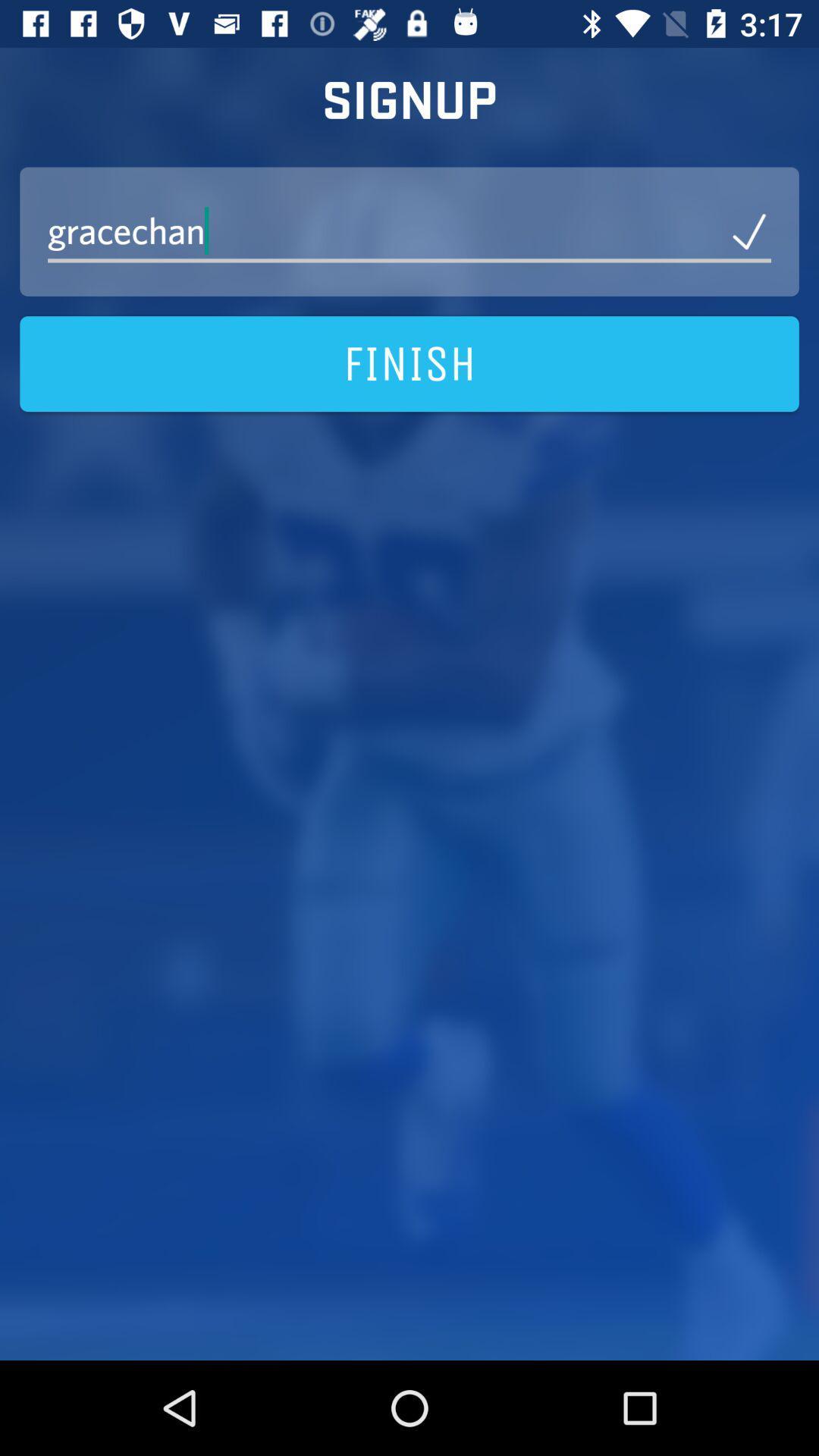 This screenshot has height=1456, width=819. Describe the element at coordinates (409, 231) in the screenshot. I see `the icon above the finish icon` at that location.